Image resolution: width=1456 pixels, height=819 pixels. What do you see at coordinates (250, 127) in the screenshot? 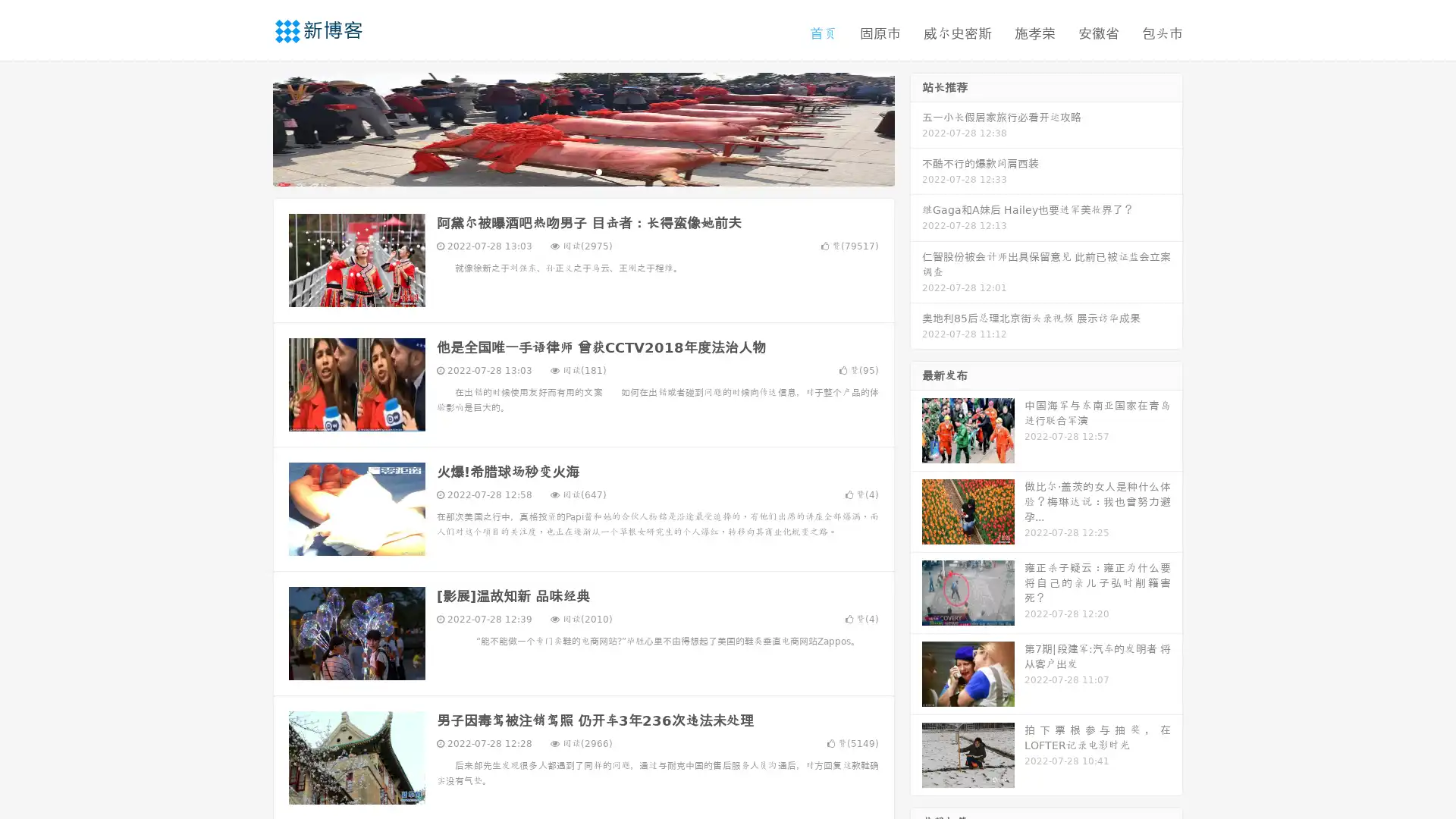
I see `Previous slide` at bounding box center [250, 127].